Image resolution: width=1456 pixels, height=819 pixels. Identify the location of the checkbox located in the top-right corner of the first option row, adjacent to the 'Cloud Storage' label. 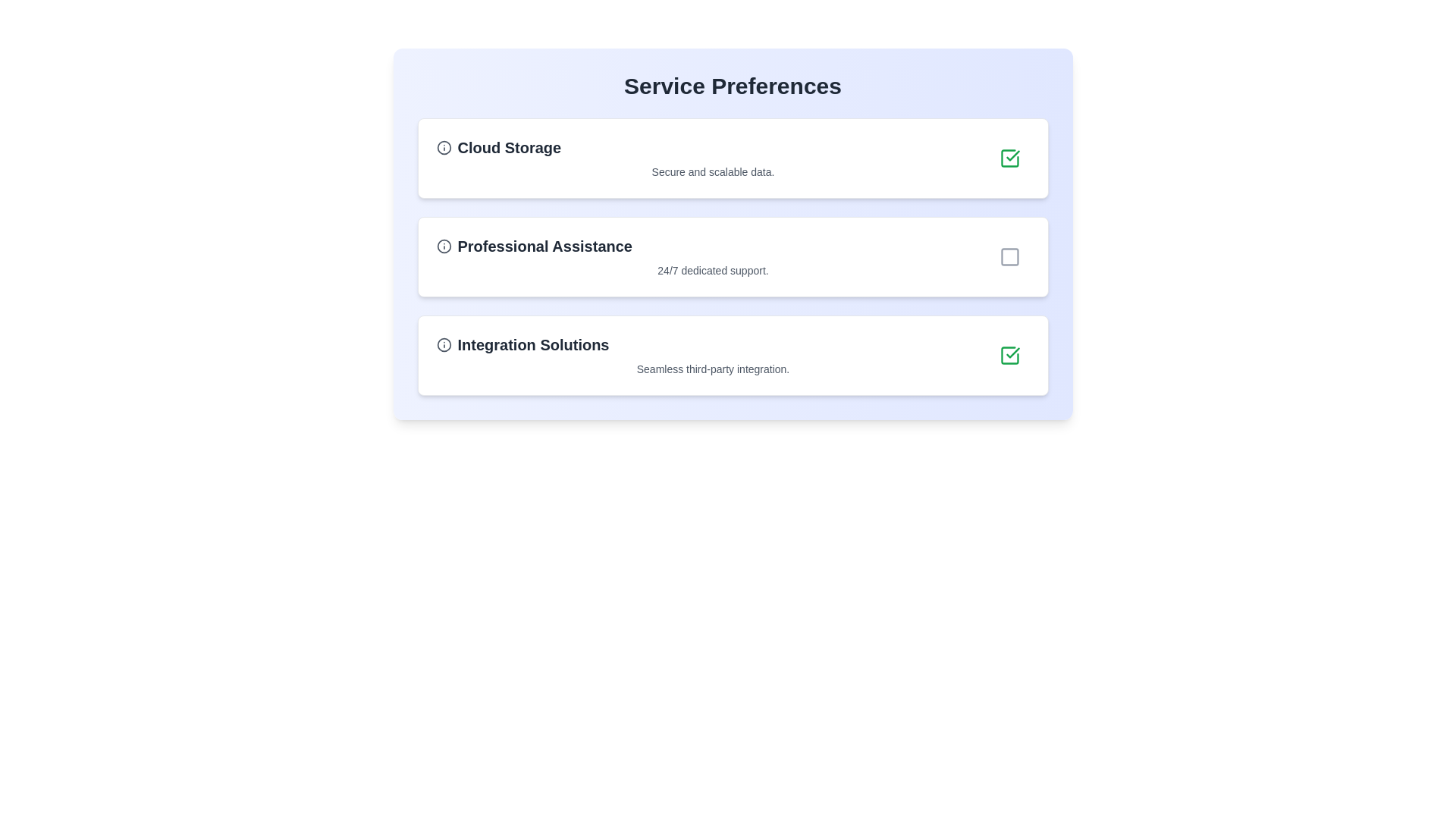
(1009, 158).